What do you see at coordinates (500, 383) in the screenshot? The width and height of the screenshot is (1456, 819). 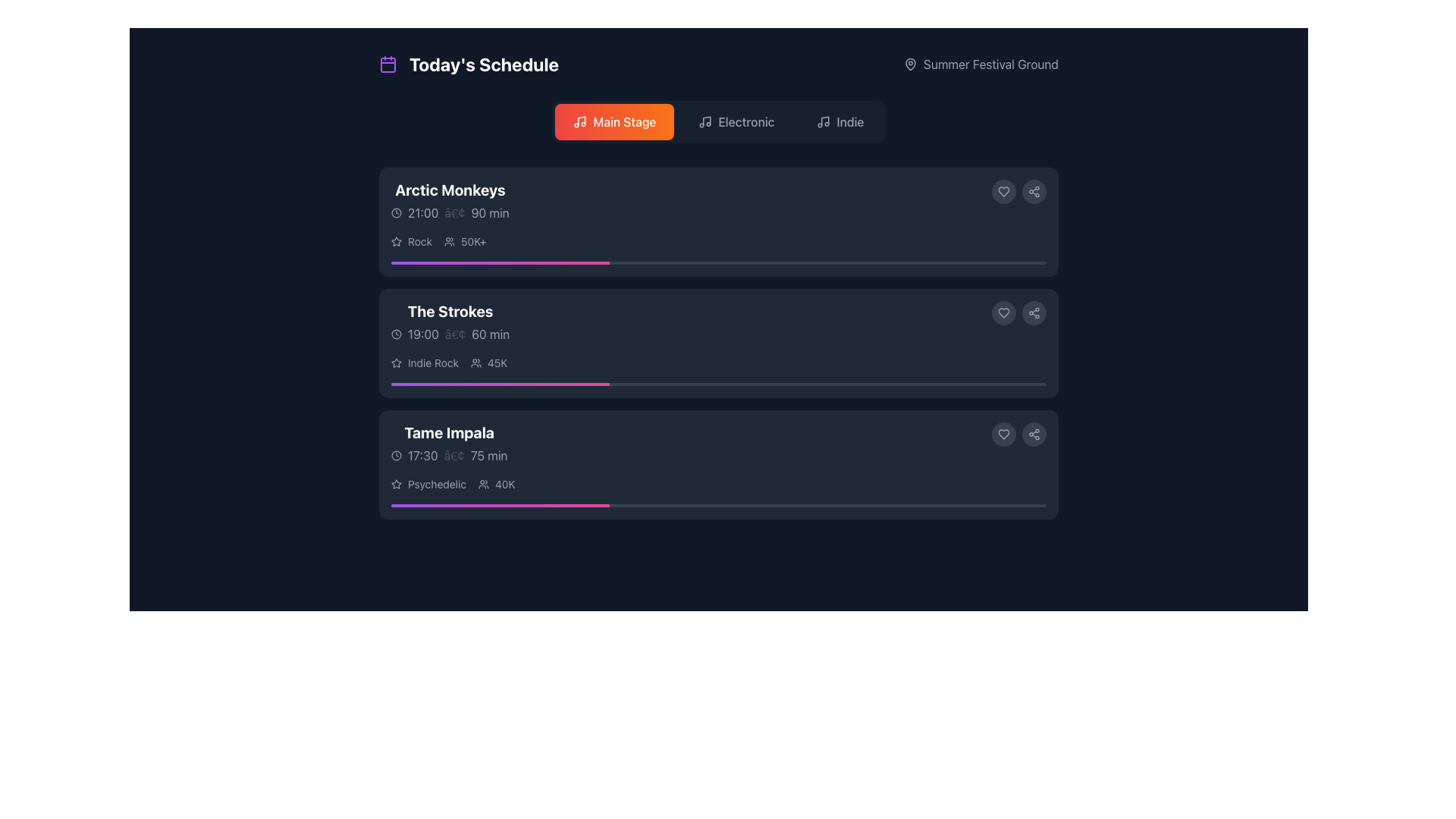 I see `the animated purple to pink gradient progress indicator located under 'The Strokes' in the music events list` at bounding box center [500, 383].